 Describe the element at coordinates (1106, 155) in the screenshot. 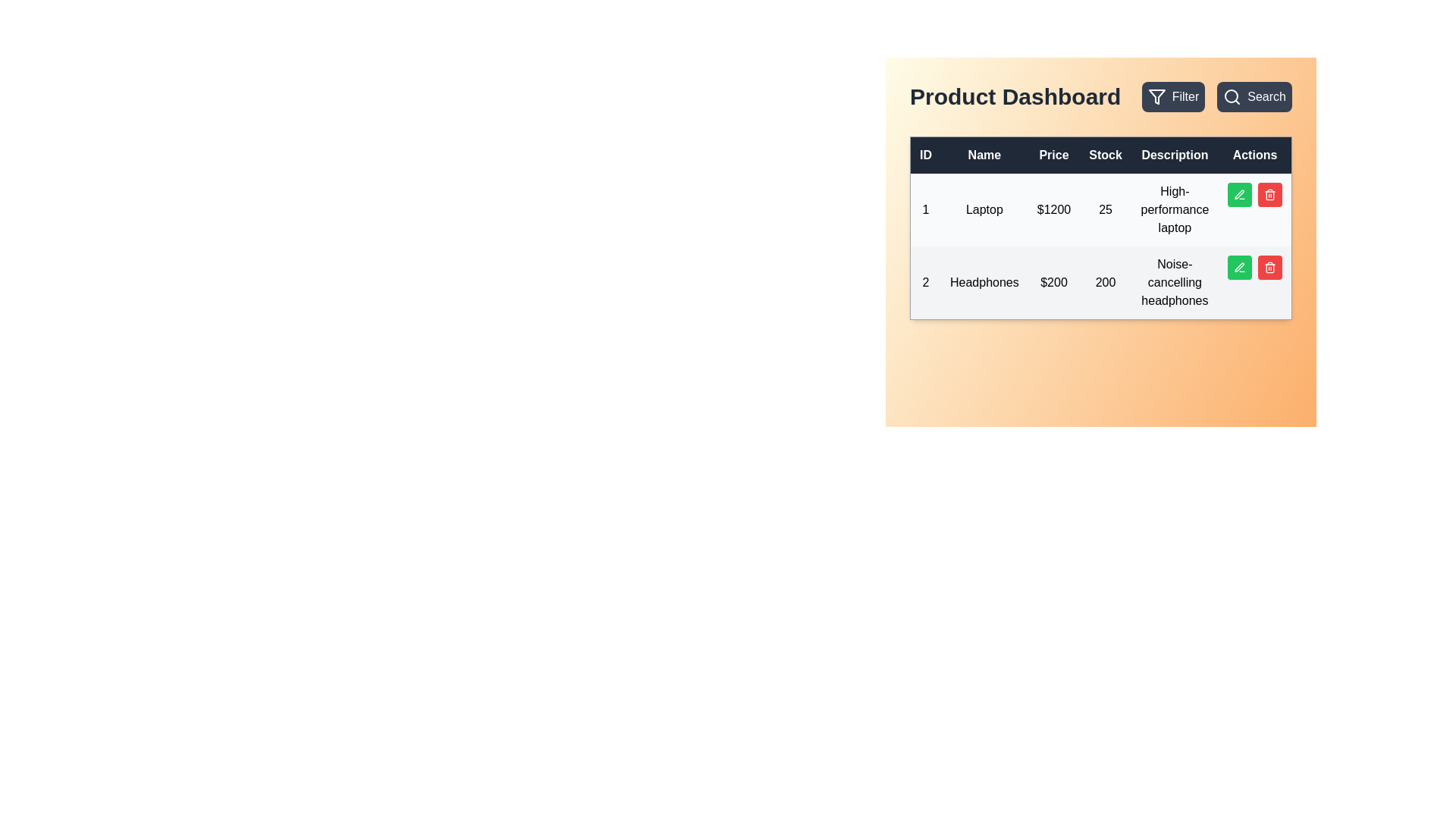

I see `the 'Stock' text label, which is a bold white font on a dark background, located in the header row of the table` at that location.